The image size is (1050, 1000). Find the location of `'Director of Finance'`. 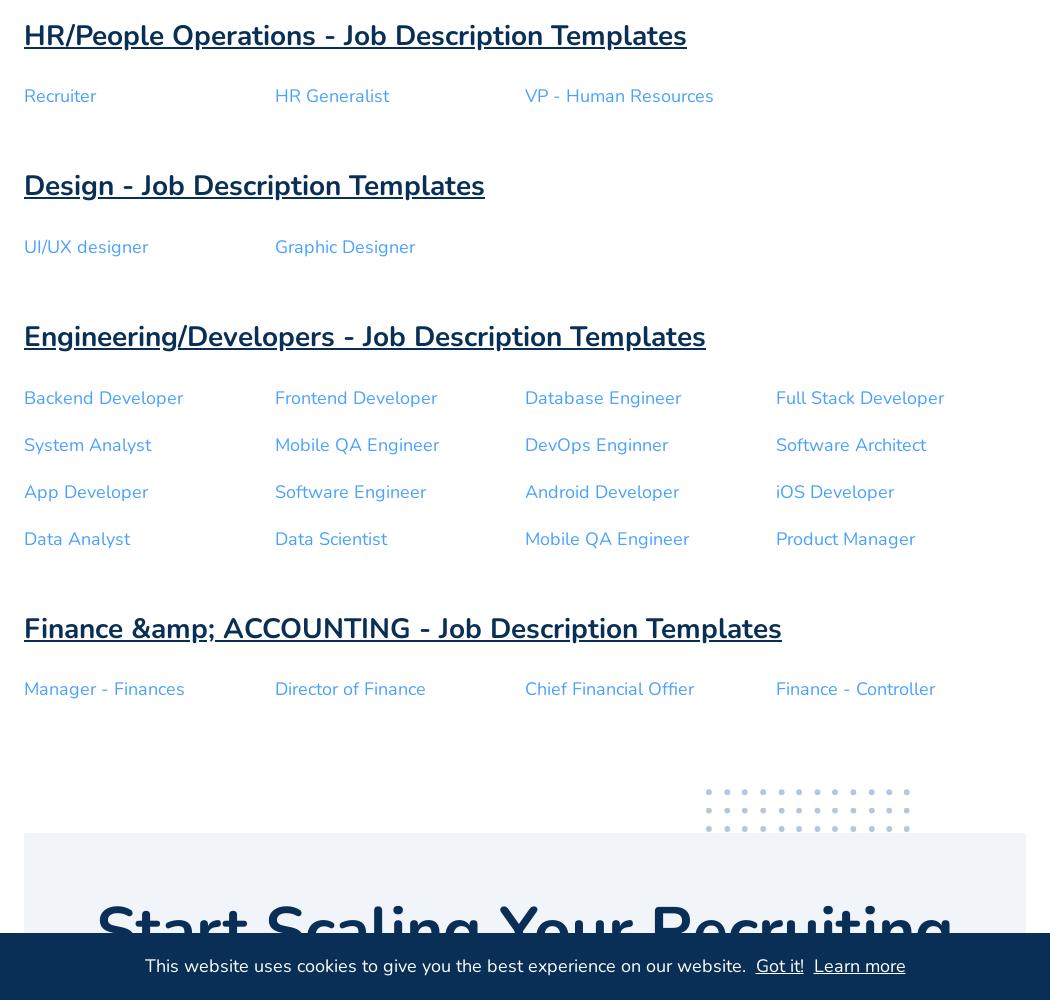

'Director of Finance' is located at coordinates (348, 688).